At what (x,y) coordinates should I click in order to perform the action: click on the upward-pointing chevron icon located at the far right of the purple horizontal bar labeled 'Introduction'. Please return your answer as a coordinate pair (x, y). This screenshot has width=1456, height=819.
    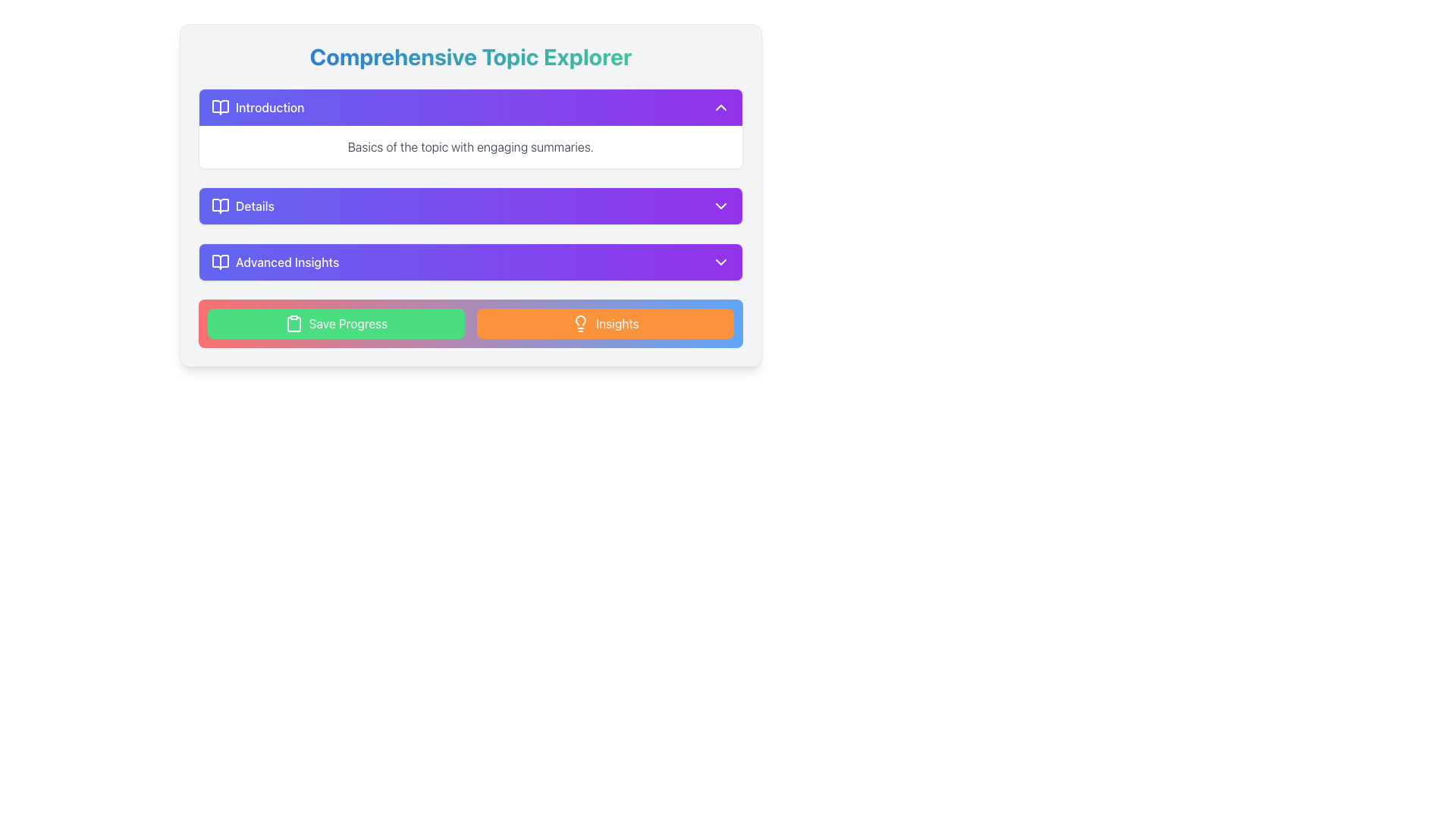
    Looking at the image, I should click on (720, 107).